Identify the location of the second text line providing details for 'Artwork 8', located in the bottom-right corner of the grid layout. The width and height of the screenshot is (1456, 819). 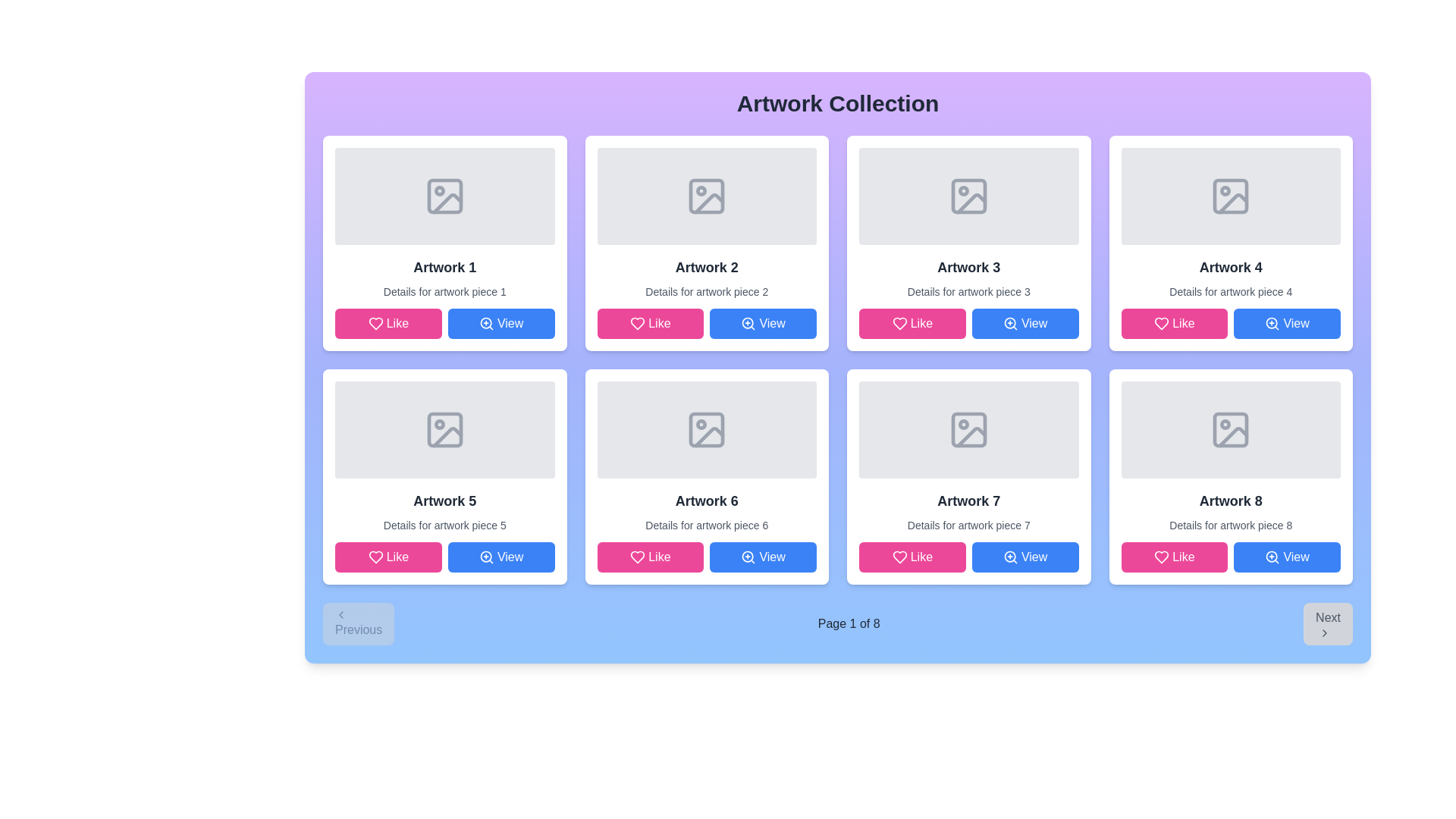
(1231, 525).